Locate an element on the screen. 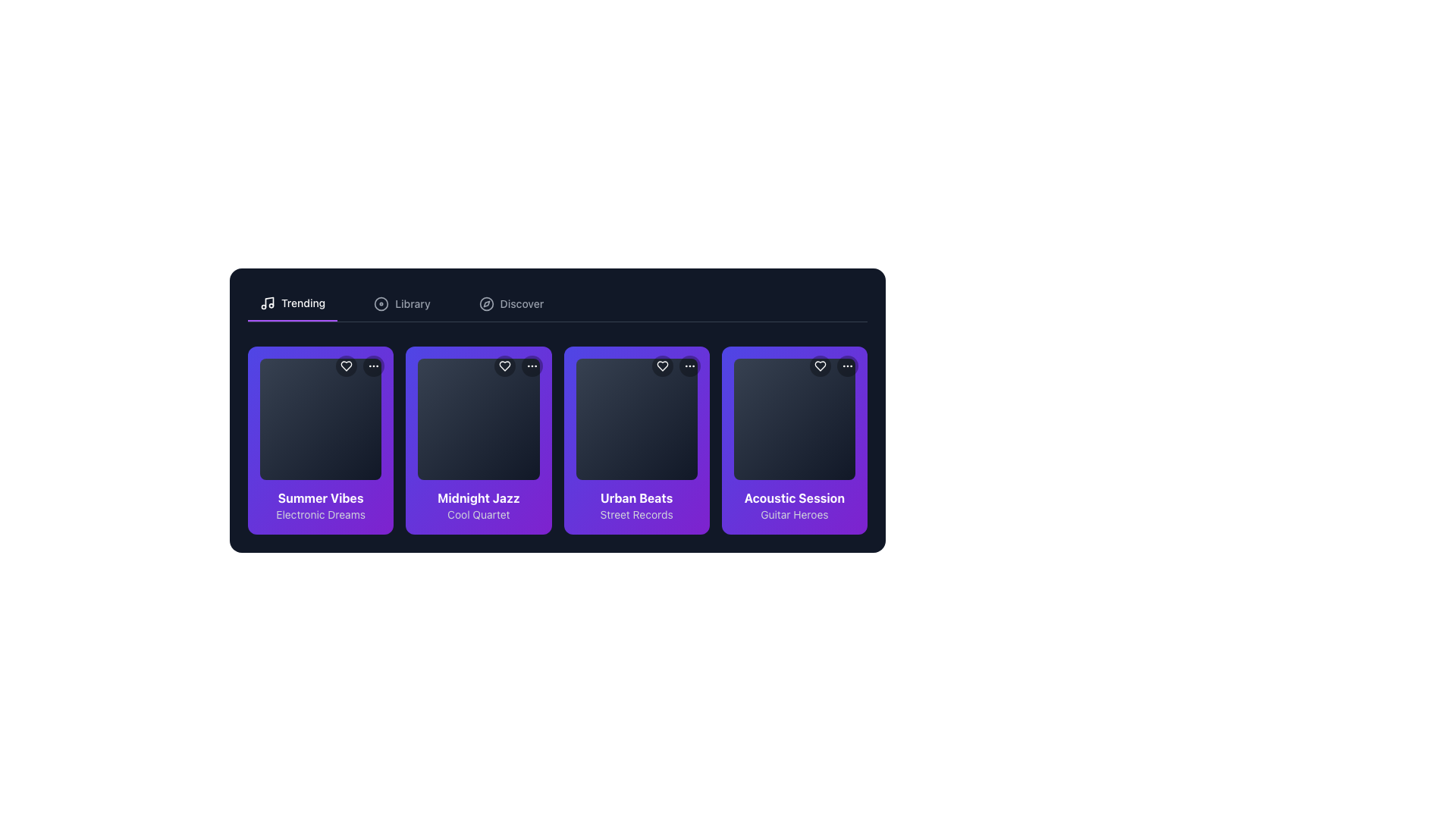 The image size is (1456, 819). the heart icon button located in the top-left corner of the 'Urban Beats' card to favorite the item is located at coordinates (662, 366).